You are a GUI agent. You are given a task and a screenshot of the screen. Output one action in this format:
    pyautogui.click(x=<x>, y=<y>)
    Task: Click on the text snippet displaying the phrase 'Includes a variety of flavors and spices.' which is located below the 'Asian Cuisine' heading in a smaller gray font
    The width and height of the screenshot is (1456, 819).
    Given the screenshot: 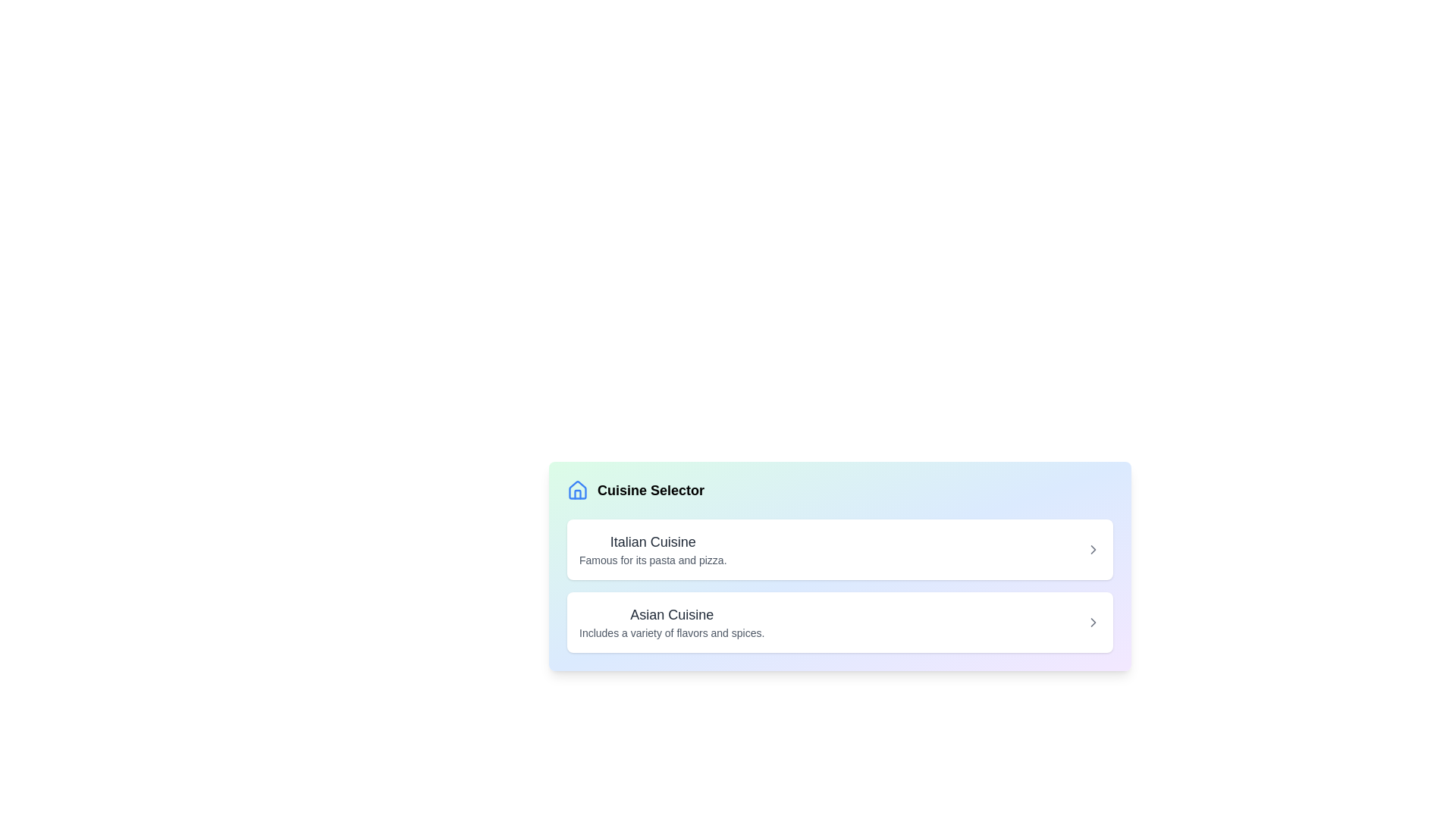 What is the action you would take?
    pyautogui.click(x=671, y=632)
    